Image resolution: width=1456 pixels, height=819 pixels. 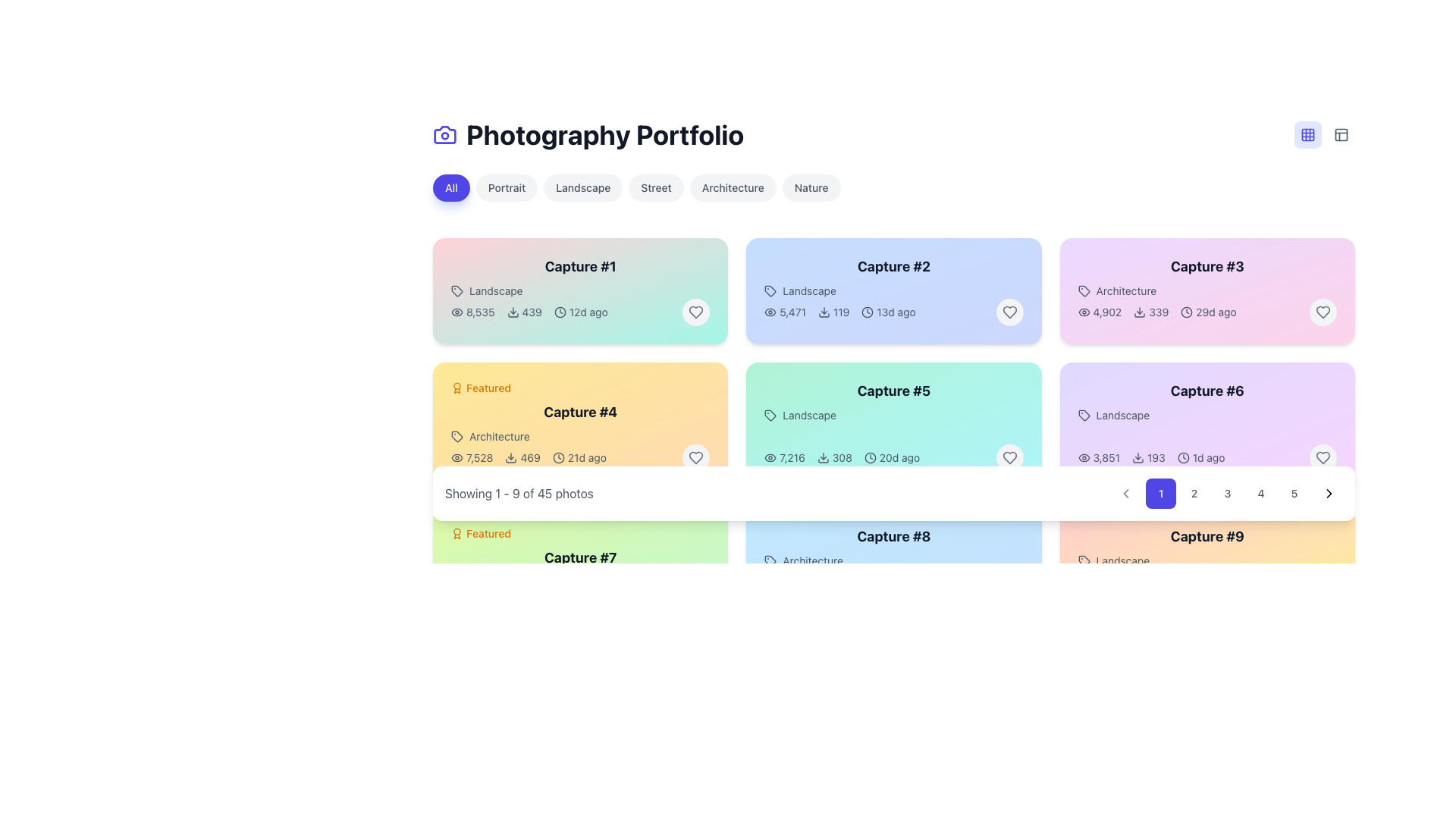 What do you see at coordinates (1099, 457) in the screenshot?
I see `the view count display element with the eye icon associated with 'Capture #6', located in the second row and third column of the grid` at bounding box center [1099, 457].